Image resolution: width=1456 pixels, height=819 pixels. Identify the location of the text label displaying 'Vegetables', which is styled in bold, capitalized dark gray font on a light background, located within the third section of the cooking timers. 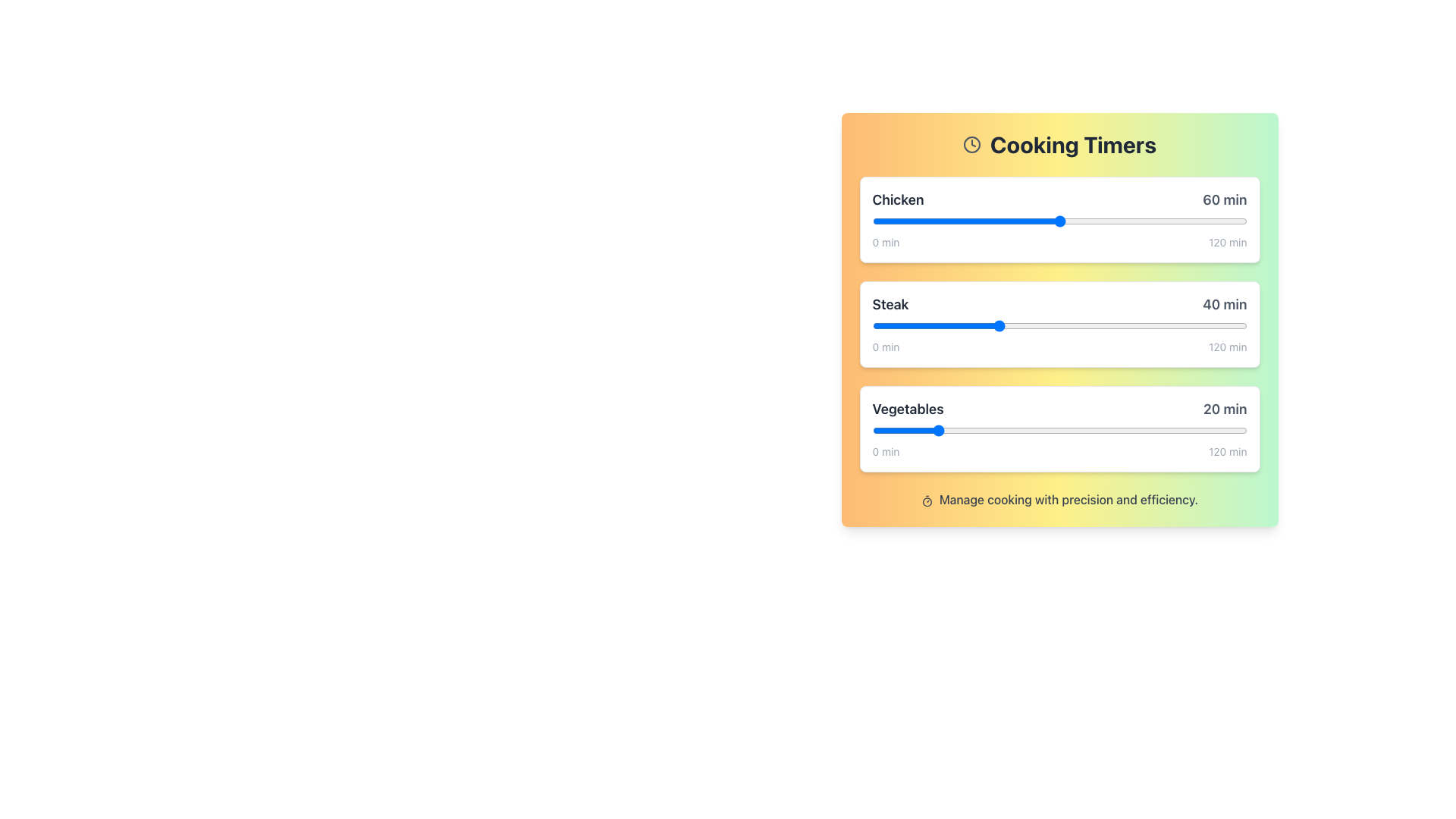
(908, 409).